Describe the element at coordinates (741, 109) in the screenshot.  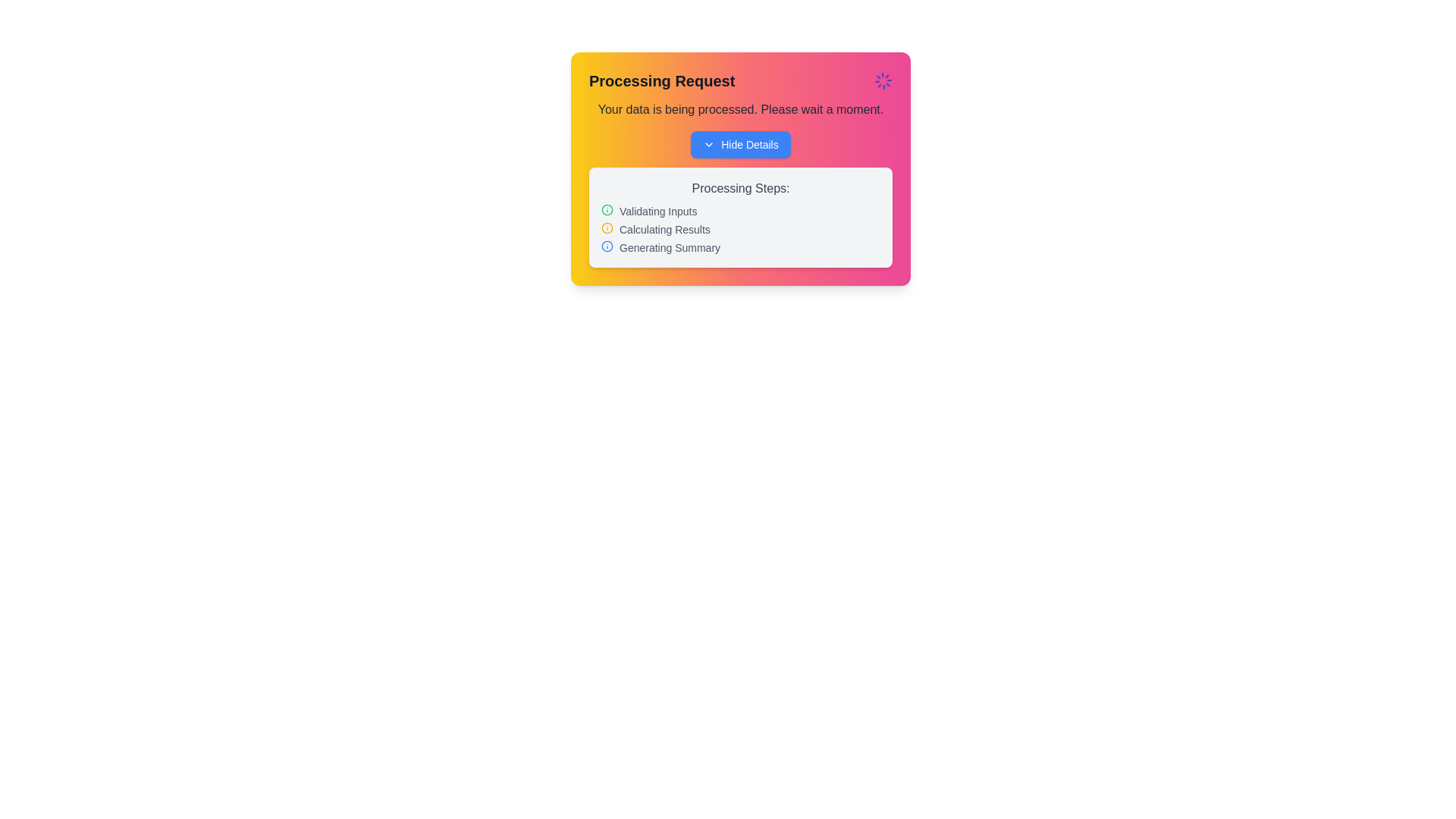
I see `the non-interactive text label that displays the status message 'Your data is being processed. Please wait a moment.' located below the header 'Processing Request'` at that location.